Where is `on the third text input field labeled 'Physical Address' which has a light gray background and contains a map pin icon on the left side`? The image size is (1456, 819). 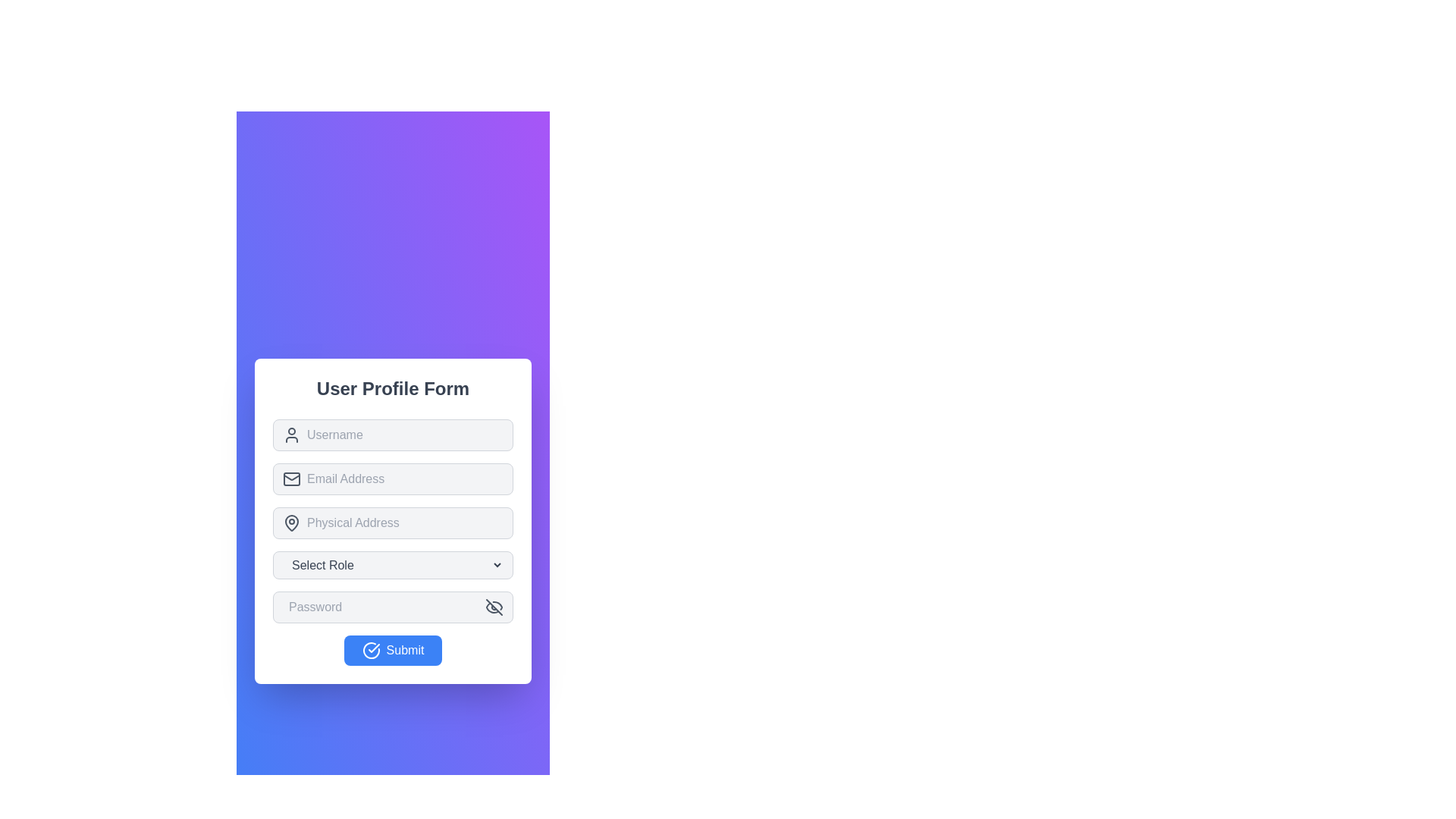
on the third text input field labeled 'Physical Address' which has a light gray background and contains a map pin icon on the left side is located at coordinates (393, 522).